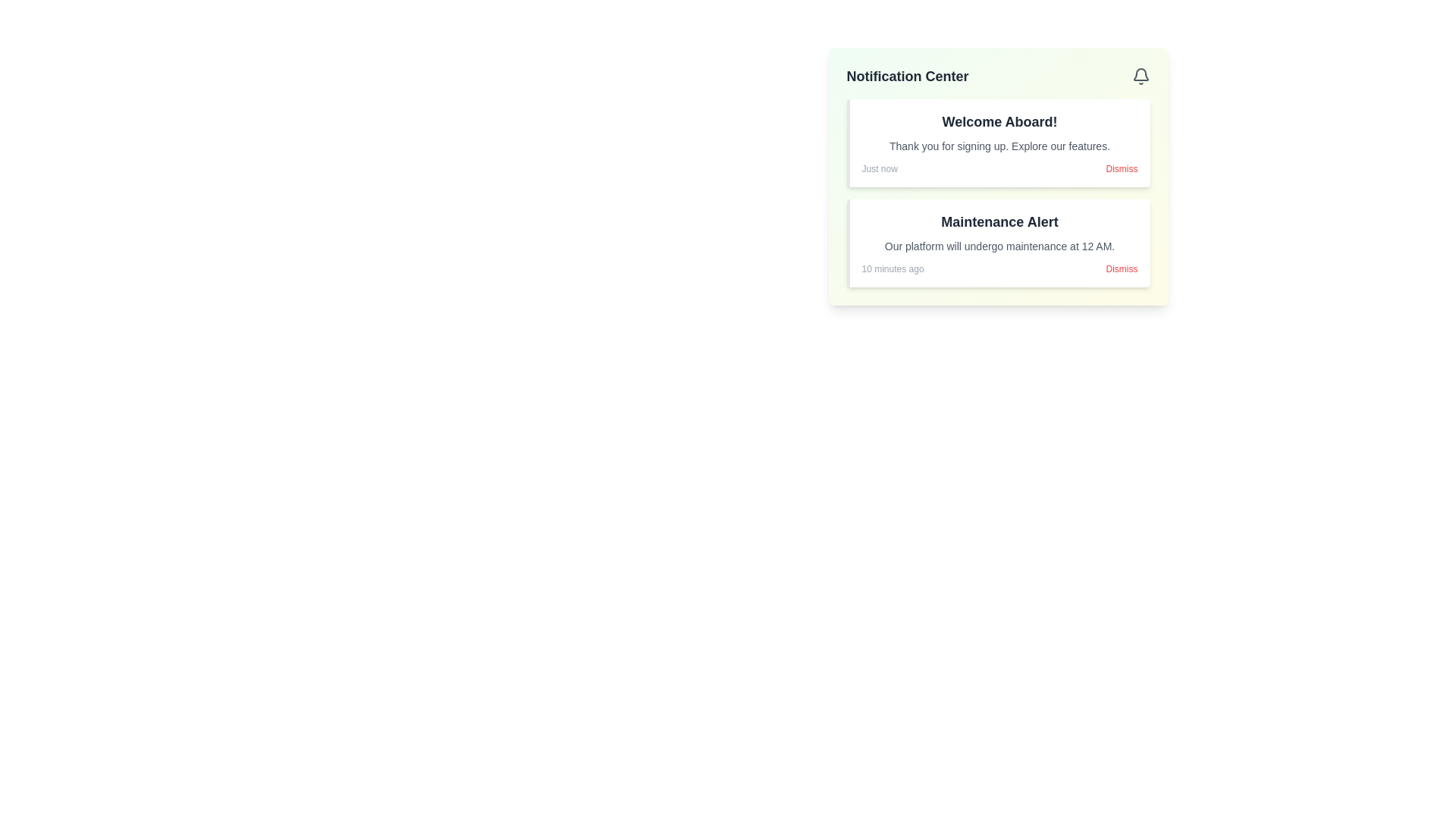 The image size is (1456, 819). I want to click on the static text providing additional information under the title 'Welcome Aboard!' in the notification card, so click(999, 146).